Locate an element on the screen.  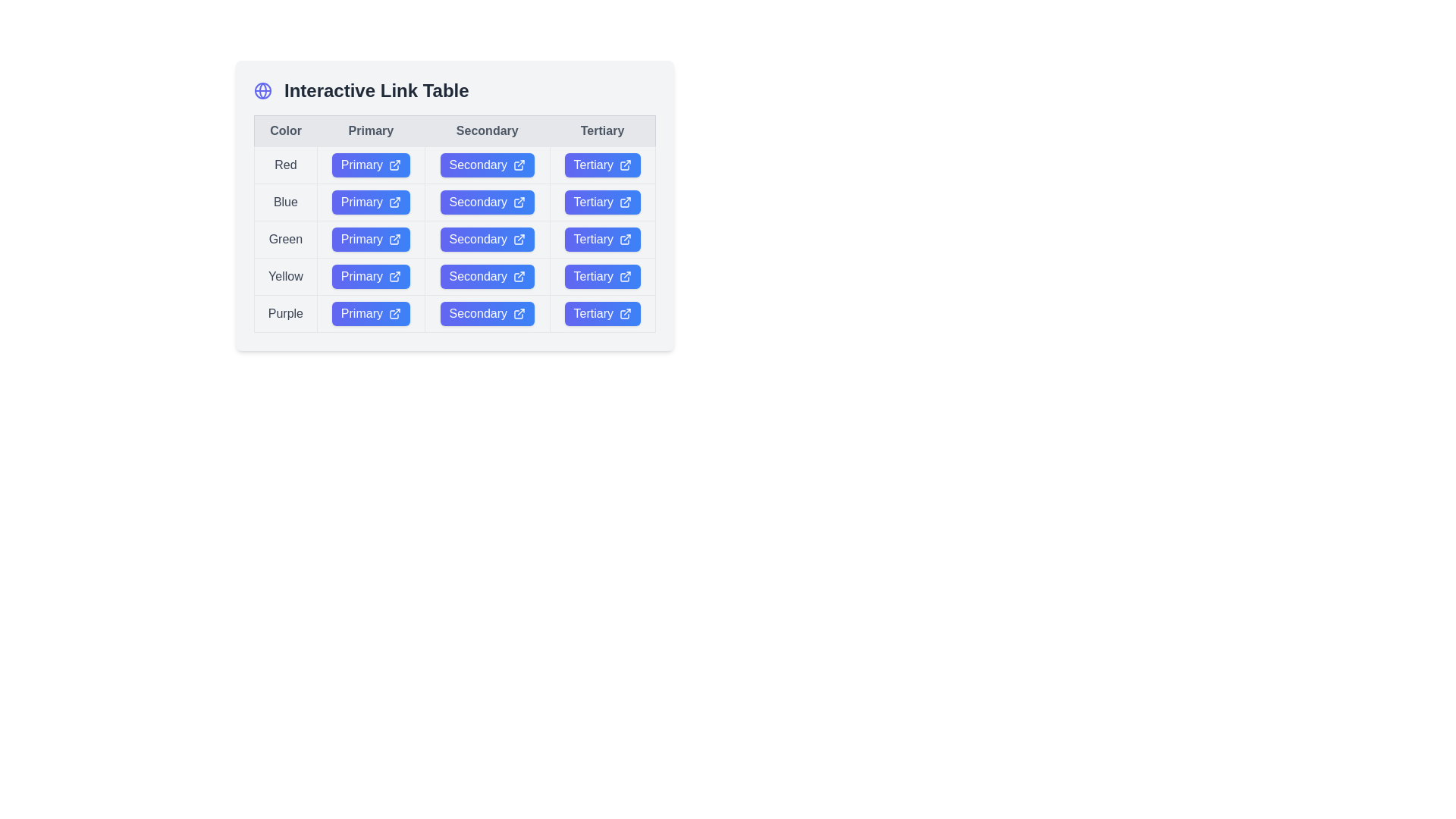
the visual cue icon located in the rightmost column of the 'Tertiary' button in the last row labeled 'Purple', indicating an external link or resource is located at coordinates (625, 278).